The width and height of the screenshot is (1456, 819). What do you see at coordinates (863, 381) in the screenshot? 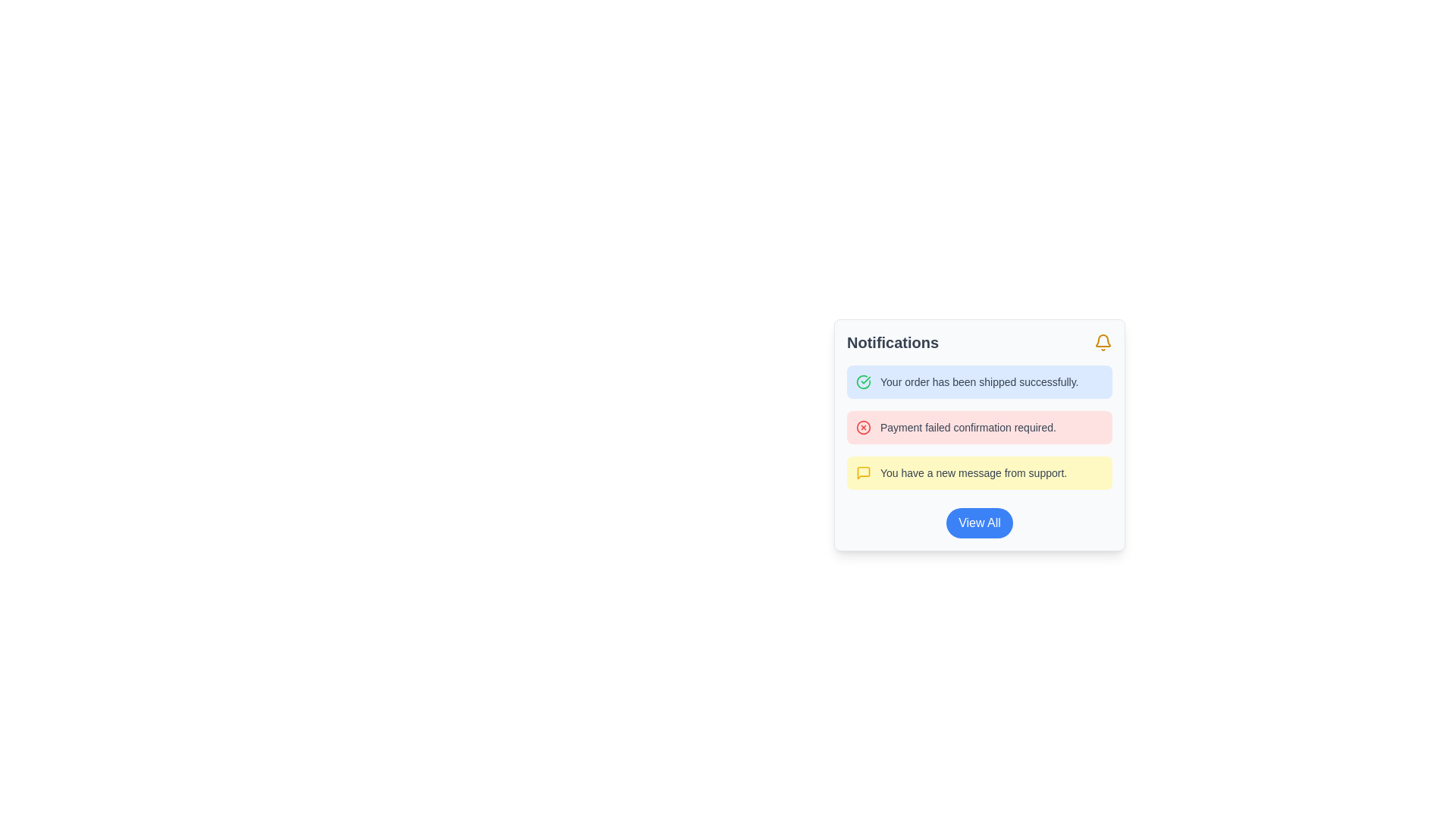
I see `the green circular icon with a check mark, located to the left of the text 'Your order has been shipped successfully.'` at bounding box center [863, 381].